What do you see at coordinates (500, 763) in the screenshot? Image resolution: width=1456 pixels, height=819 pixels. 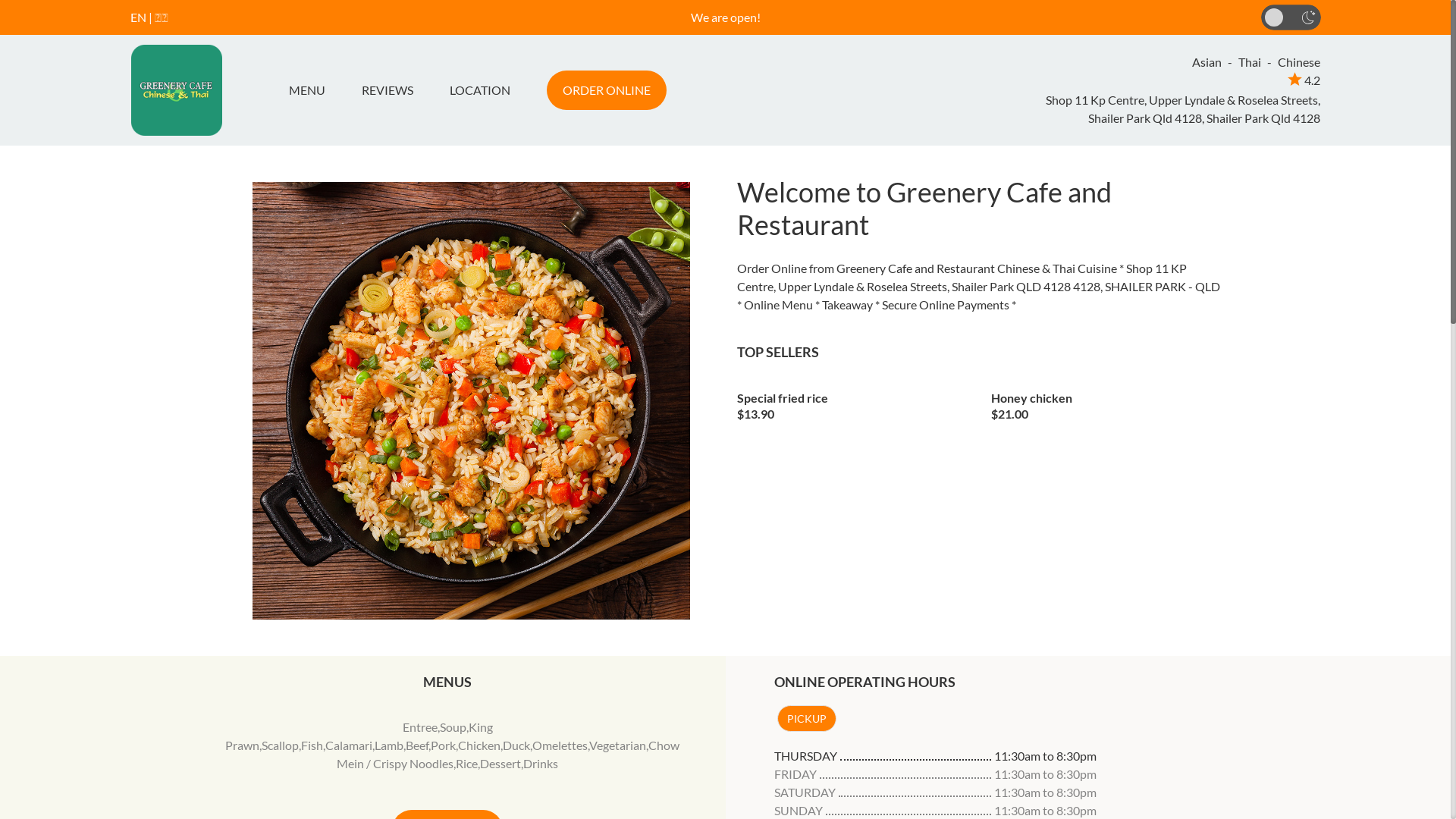 I see `'Dessert'` at bounding box center [500, 763].